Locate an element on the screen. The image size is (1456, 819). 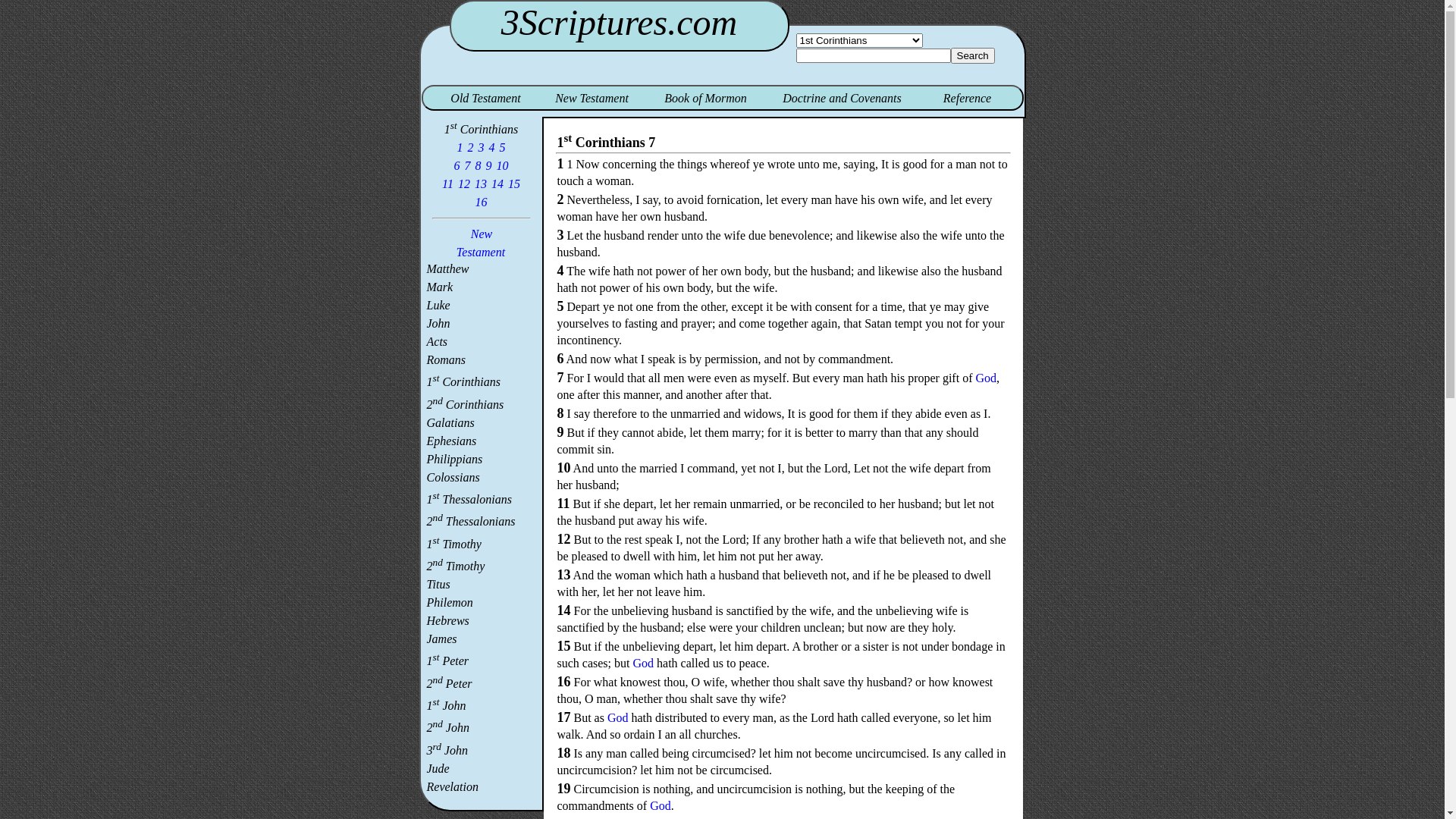
'11' is located at coordinates (440, 183).